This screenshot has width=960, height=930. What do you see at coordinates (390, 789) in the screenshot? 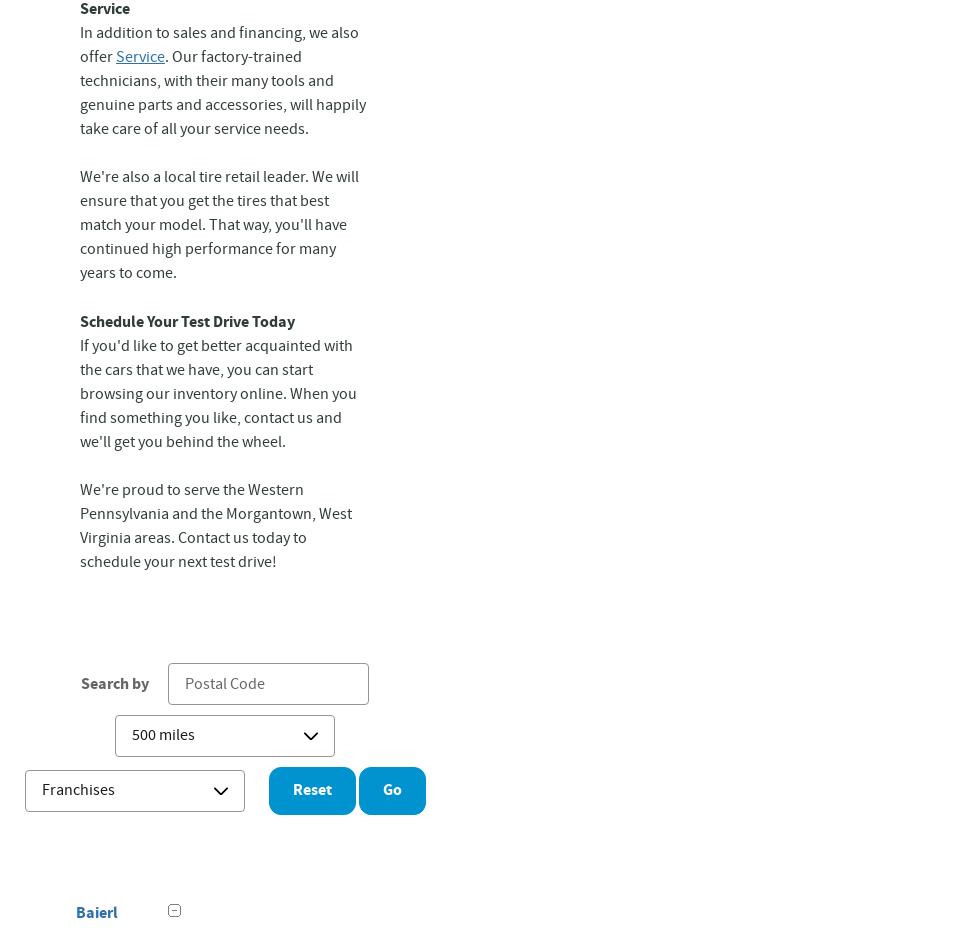
I see `'Go'` at bounding box center [390, 789].